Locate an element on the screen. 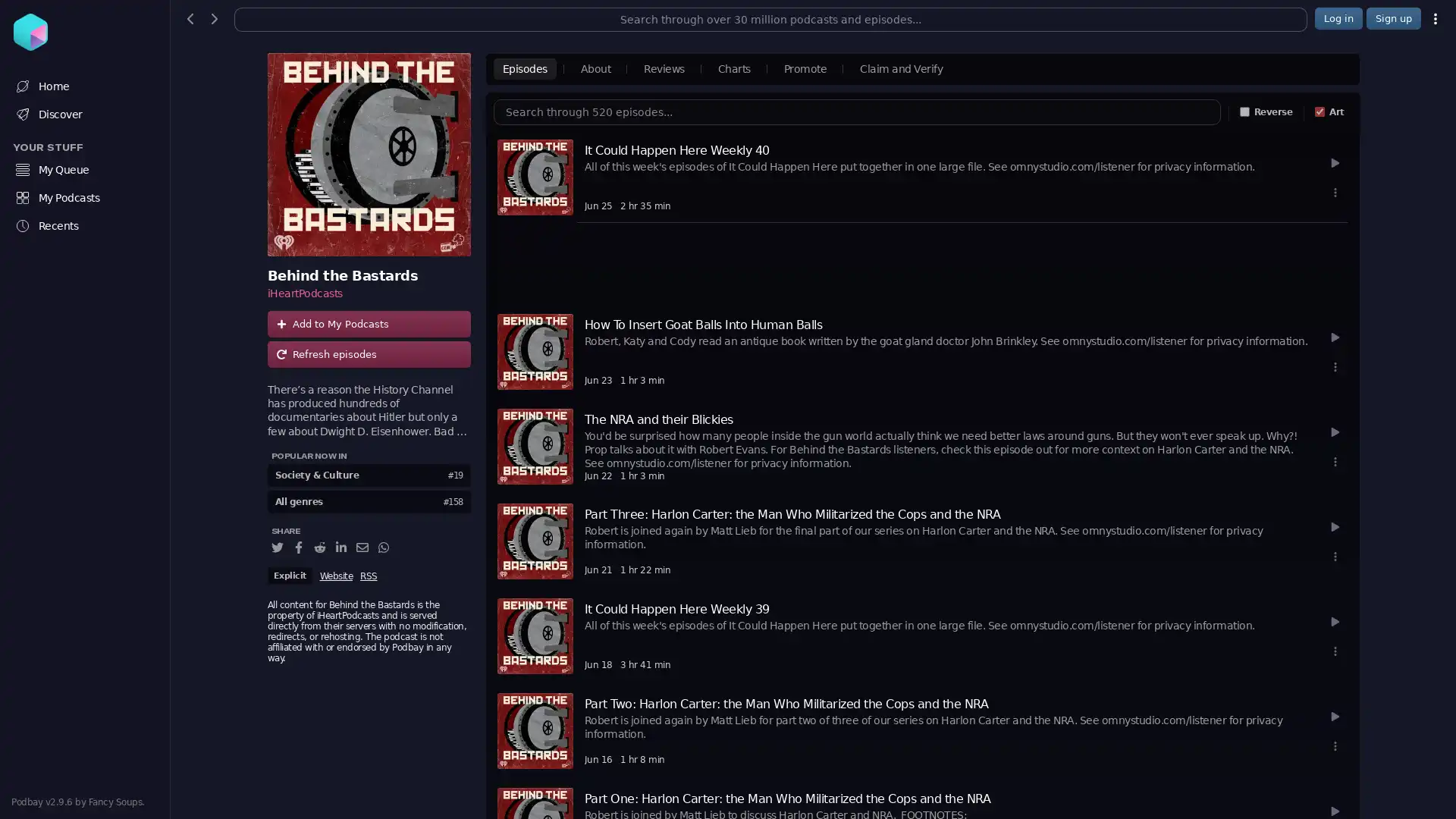 The height and width of the screenshot is (819, 1456). Add to My Podcasts is located at coordinates (368, 323).